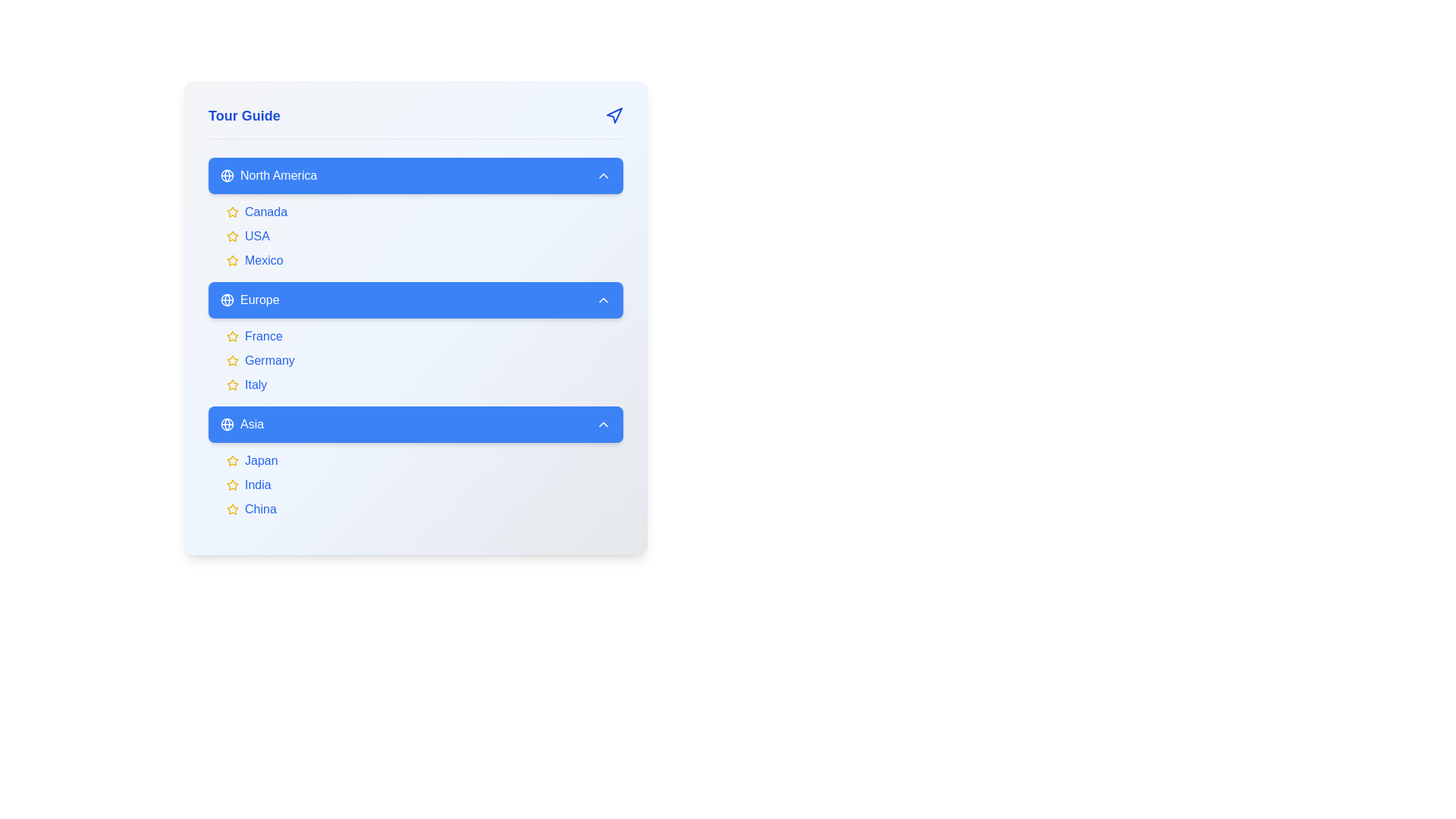 This screenshot has height=819, width=1456. What do you see at coordinates (263, 335) in the screenshot?
I see `the hyperlink text that navigates to the 'France' section, which is the first item in the 'Europe' category list, to underline the text` at bounding box center [263, 335].